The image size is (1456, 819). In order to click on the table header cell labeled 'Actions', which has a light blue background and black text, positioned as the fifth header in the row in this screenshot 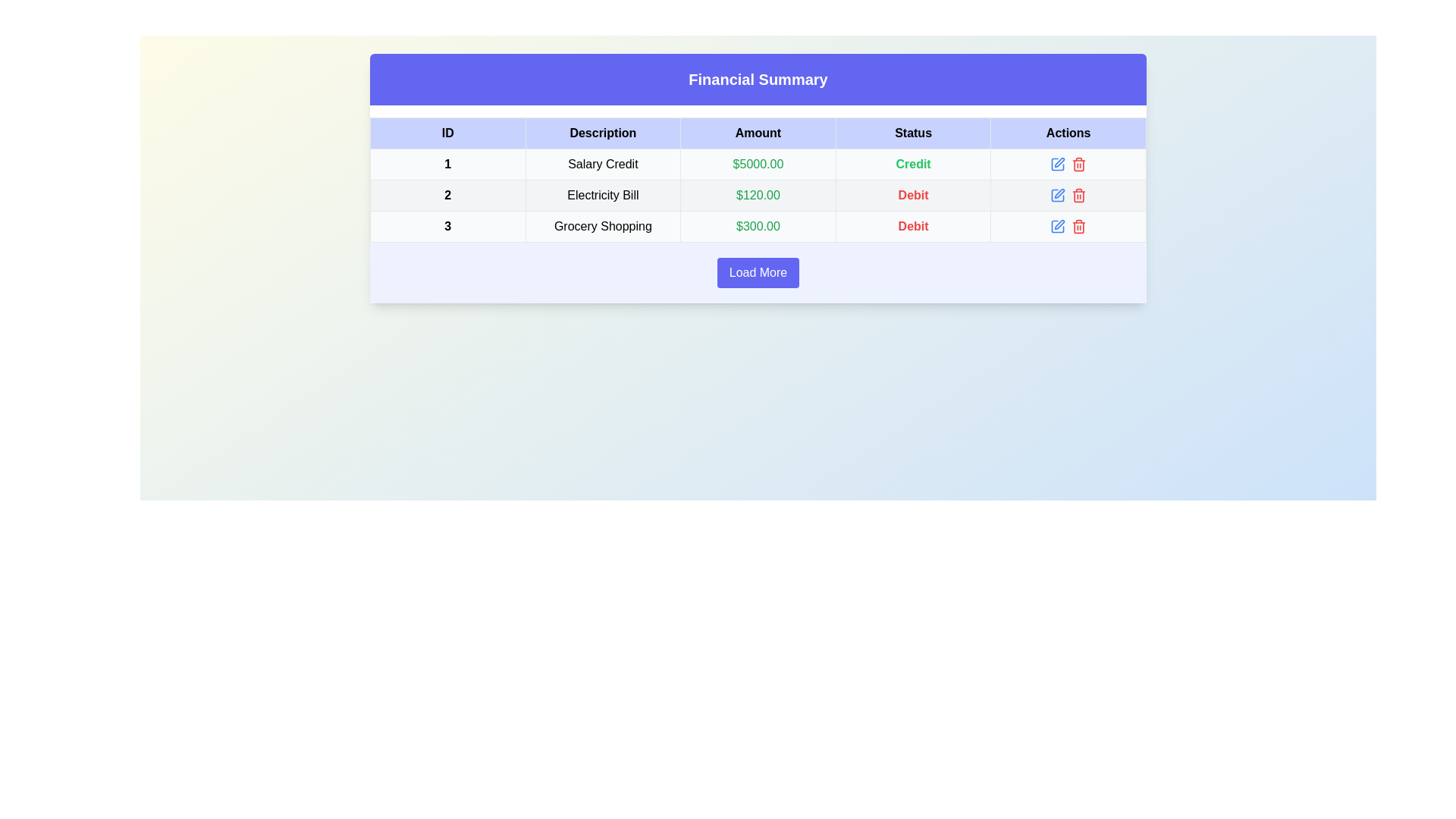, I will do `click(1068, 133)`.